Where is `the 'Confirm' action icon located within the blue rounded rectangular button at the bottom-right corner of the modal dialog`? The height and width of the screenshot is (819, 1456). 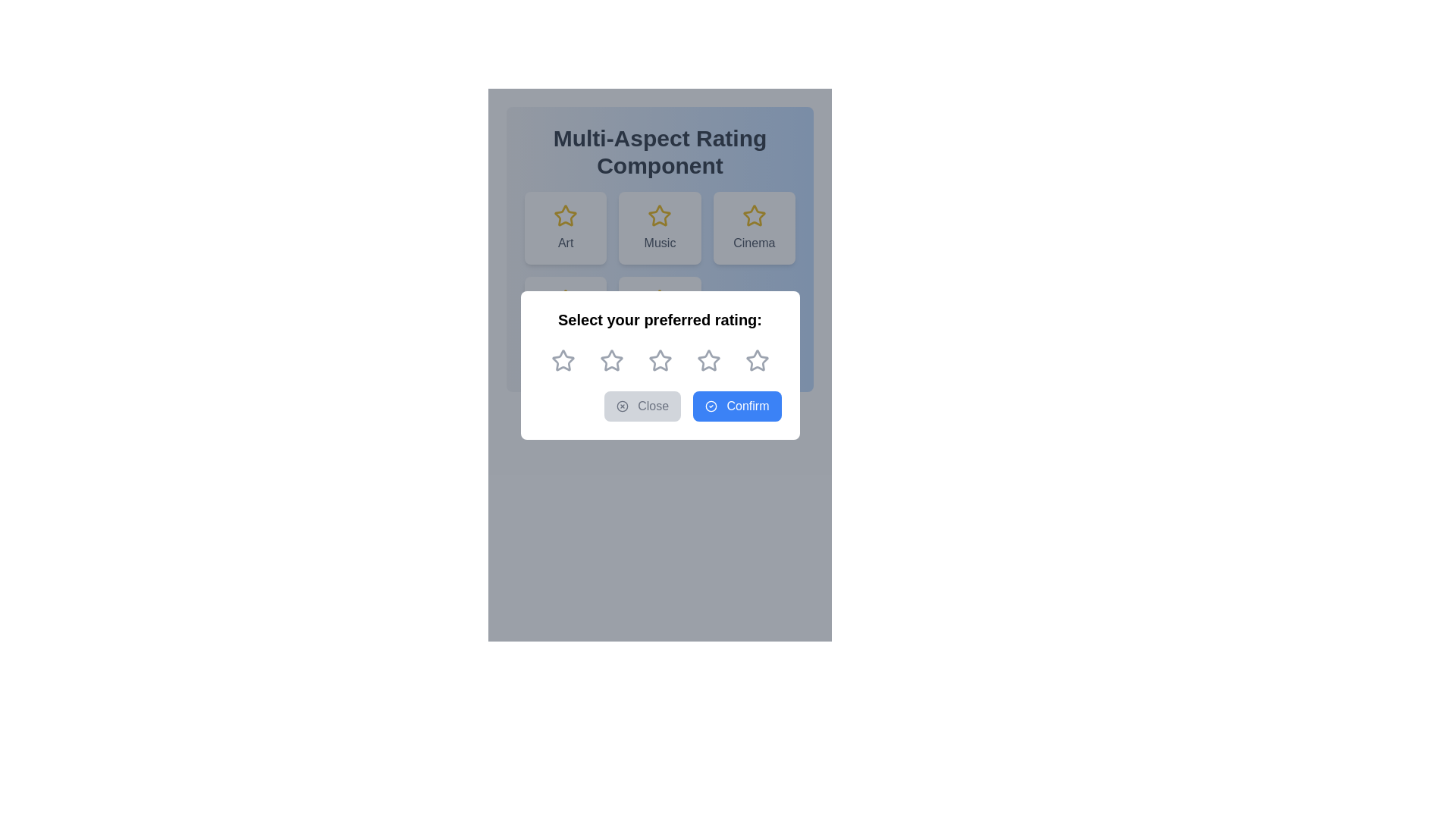 the 'Confirm' action icon located within the blue rounded rectangular button at the bottom-right corner of the modal dialog is located at coordinates (711, 406).